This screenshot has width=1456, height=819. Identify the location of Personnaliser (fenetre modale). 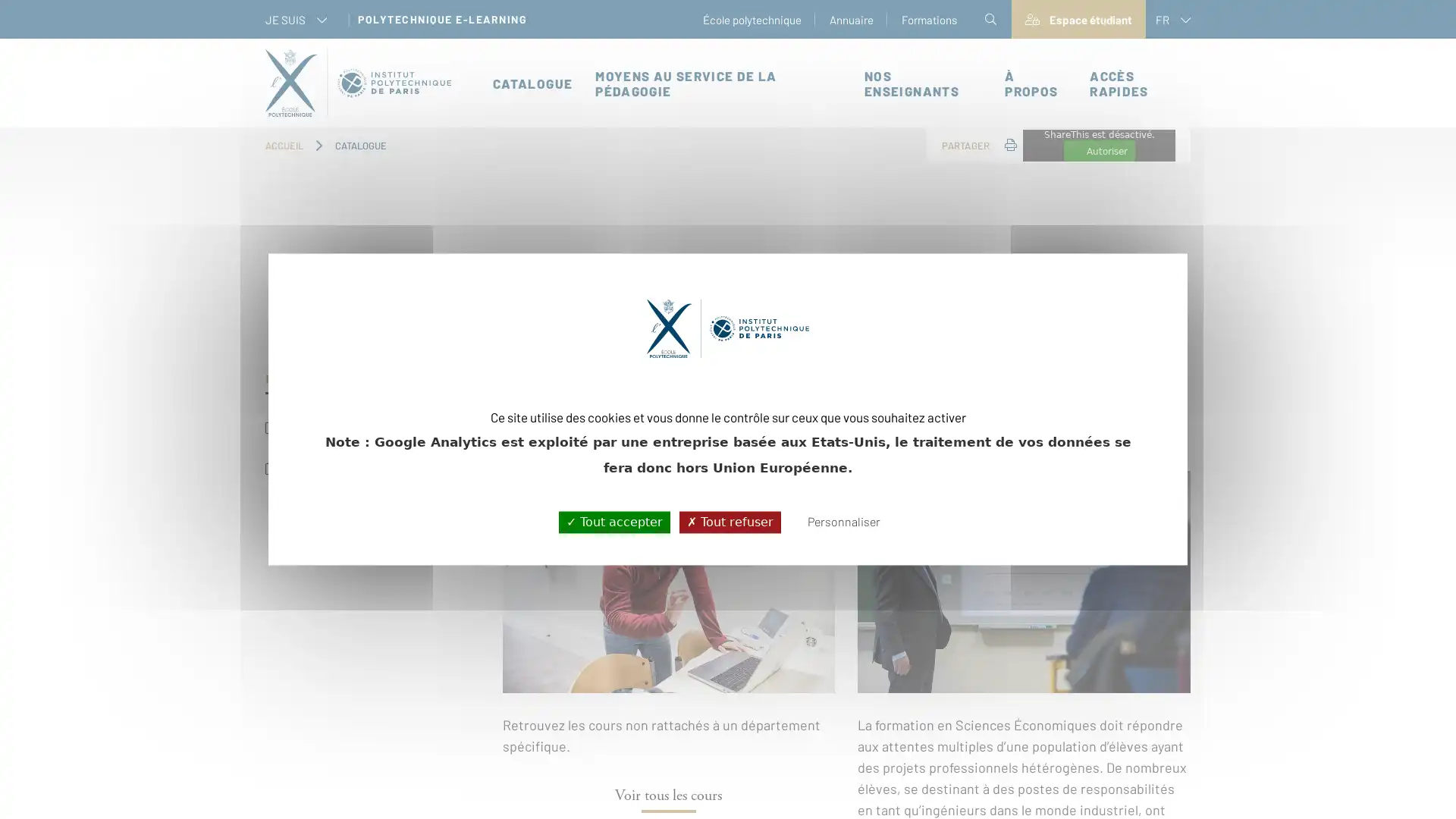
(843, 522).